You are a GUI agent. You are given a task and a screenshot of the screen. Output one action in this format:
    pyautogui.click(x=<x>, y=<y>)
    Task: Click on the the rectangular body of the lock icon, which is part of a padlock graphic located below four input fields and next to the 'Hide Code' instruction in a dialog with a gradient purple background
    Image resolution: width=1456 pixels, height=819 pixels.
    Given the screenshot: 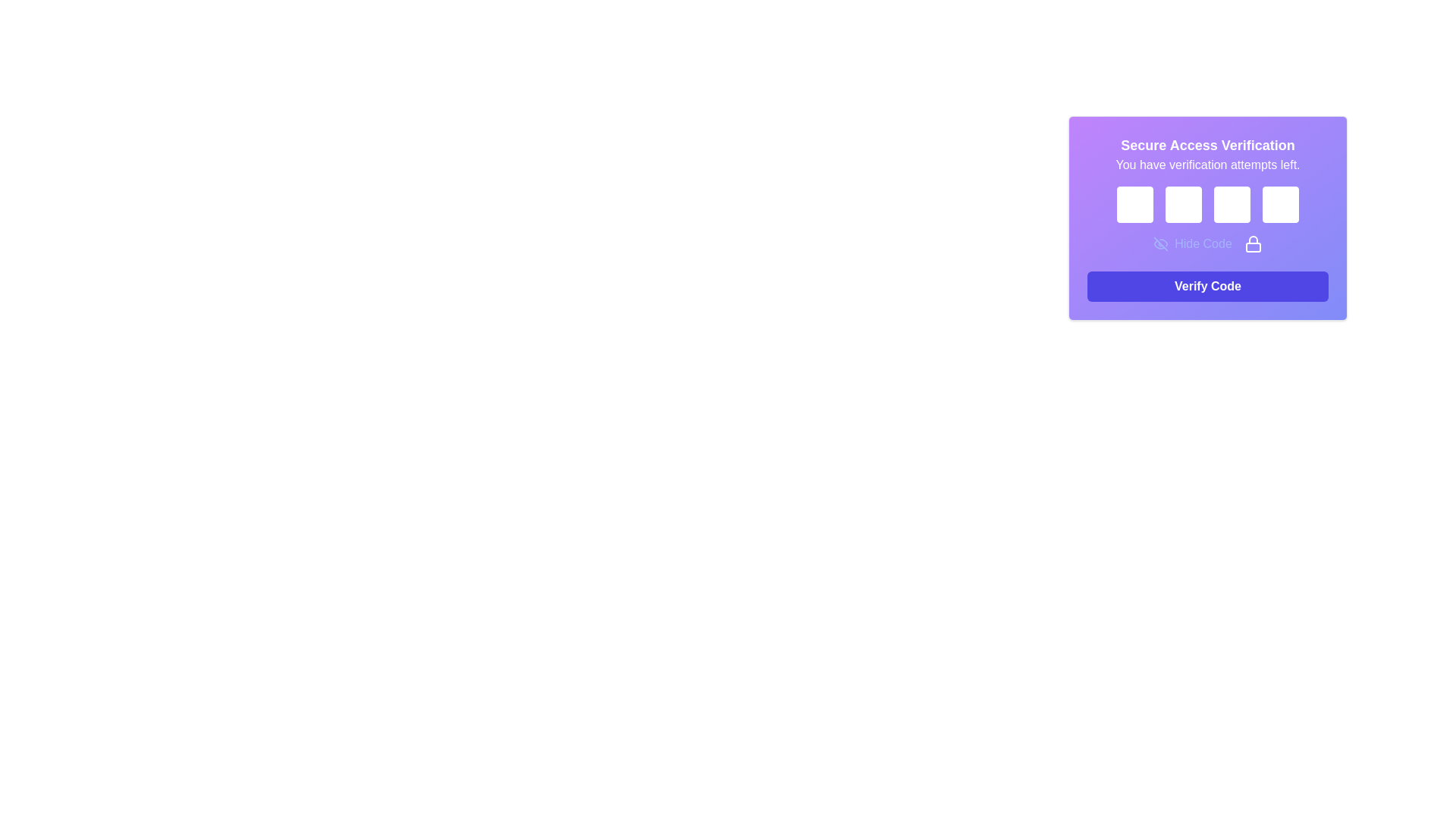 What is the action you would take?
    pyautogui.click(x=1253, y=246)
    